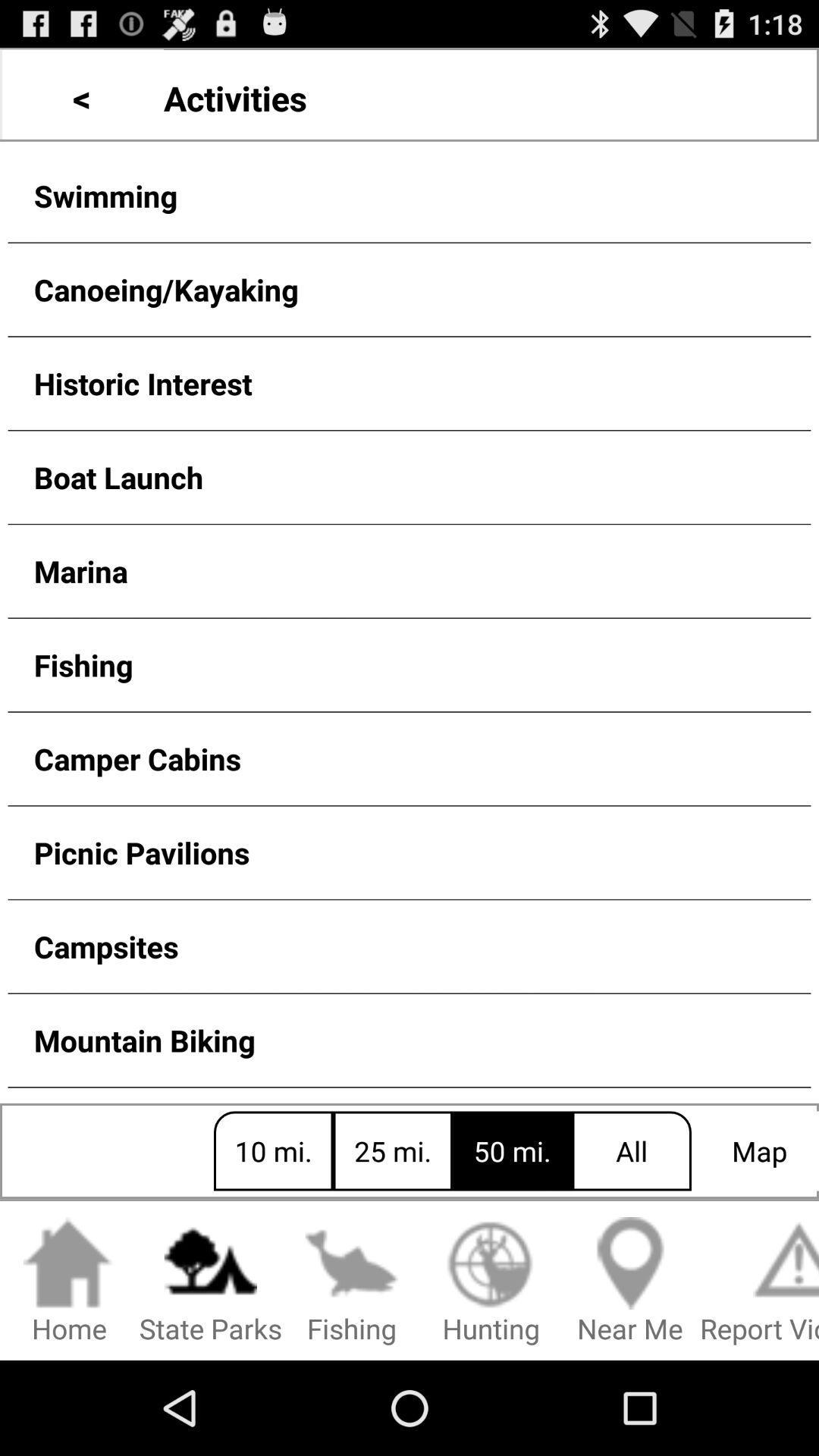 The image size is (819, 1456). I want to click on item next to the fishing item, so click(210, 1281).